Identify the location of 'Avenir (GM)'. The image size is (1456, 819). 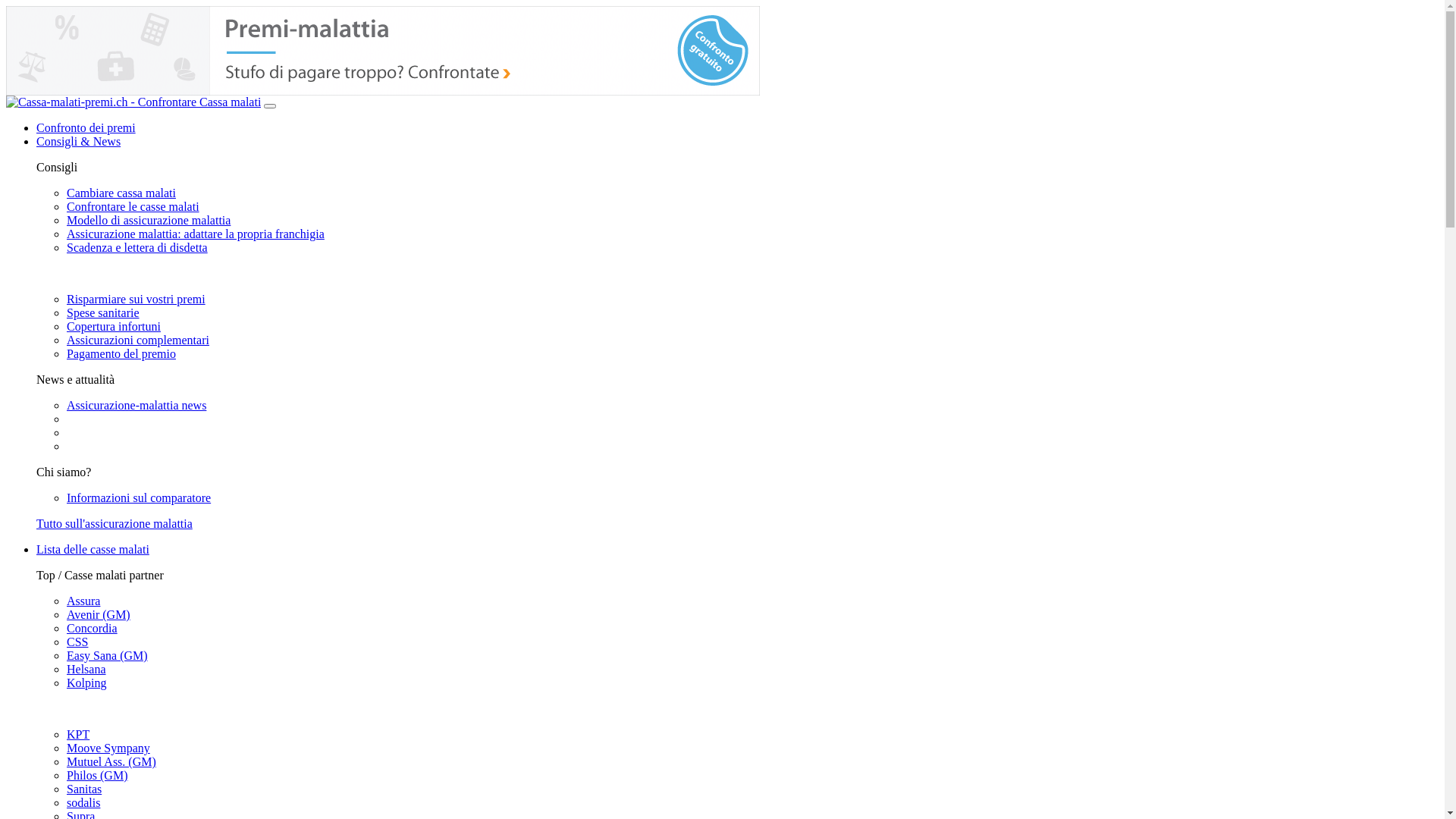
(97, 614).